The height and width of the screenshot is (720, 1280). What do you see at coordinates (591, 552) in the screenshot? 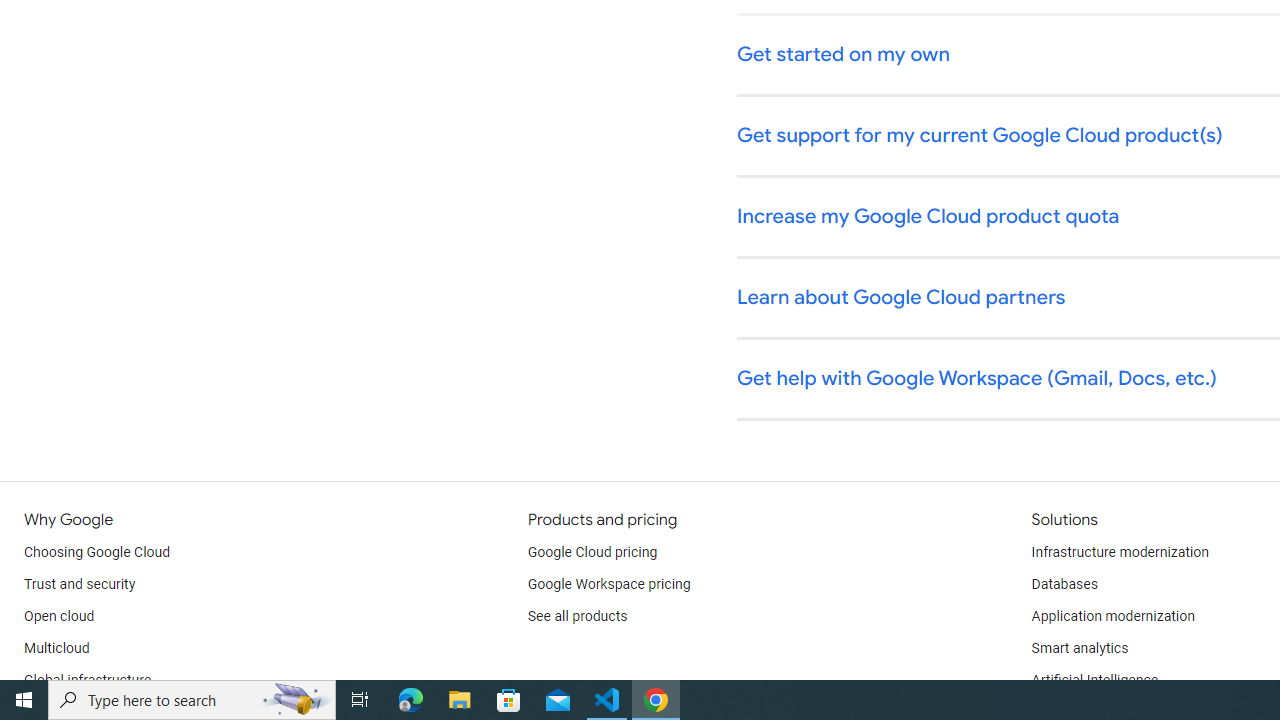
I see `'Google Cloud pricing'` at bounding box center [591, 552].